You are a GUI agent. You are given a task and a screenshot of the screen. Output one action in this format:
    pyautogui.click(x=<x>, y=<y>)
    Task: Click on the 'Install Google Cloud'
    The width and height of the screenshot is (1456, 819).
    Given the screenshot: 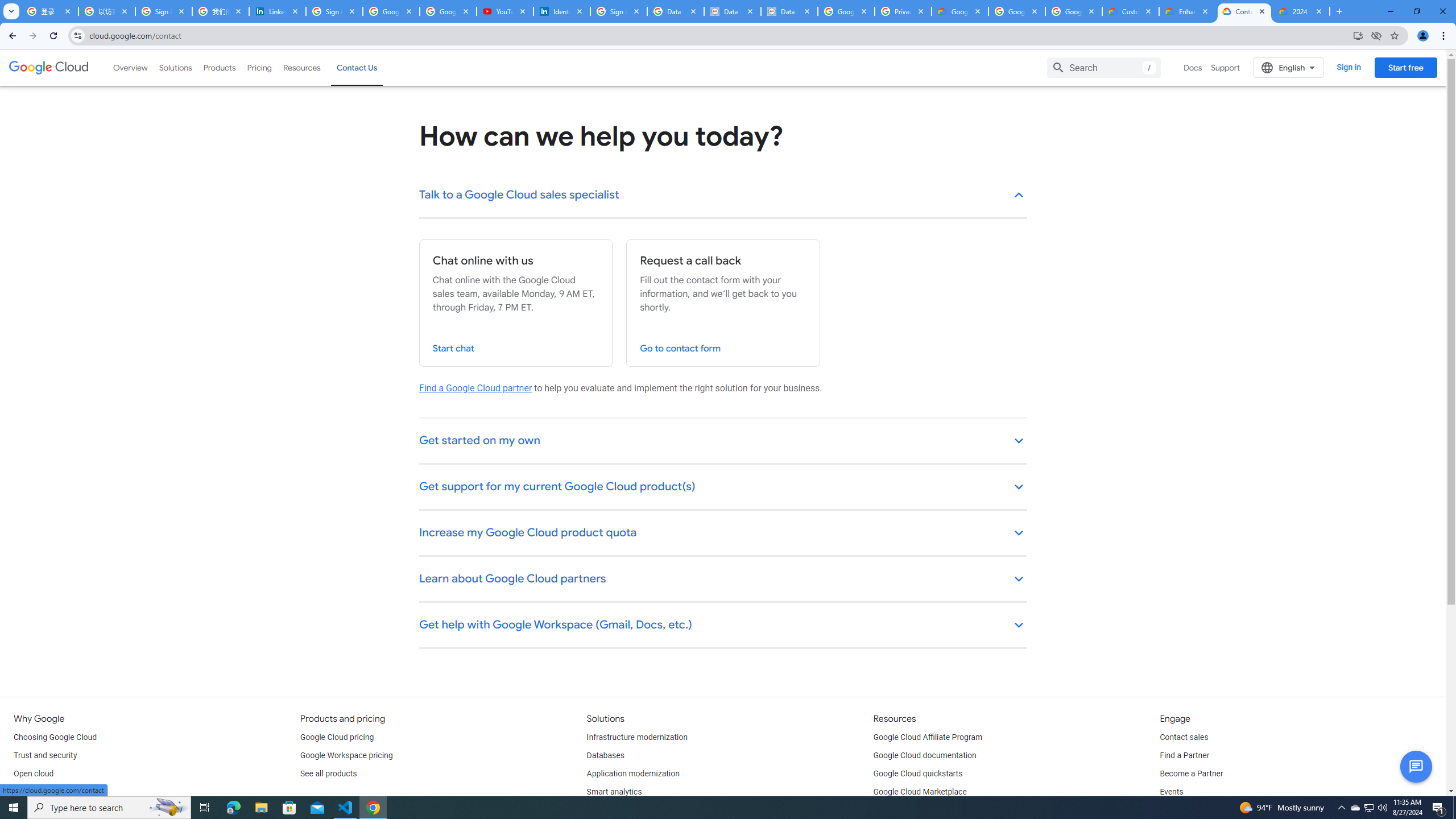 What is the action you would take?
    pyautogui.click(x=1358, y=35)
    